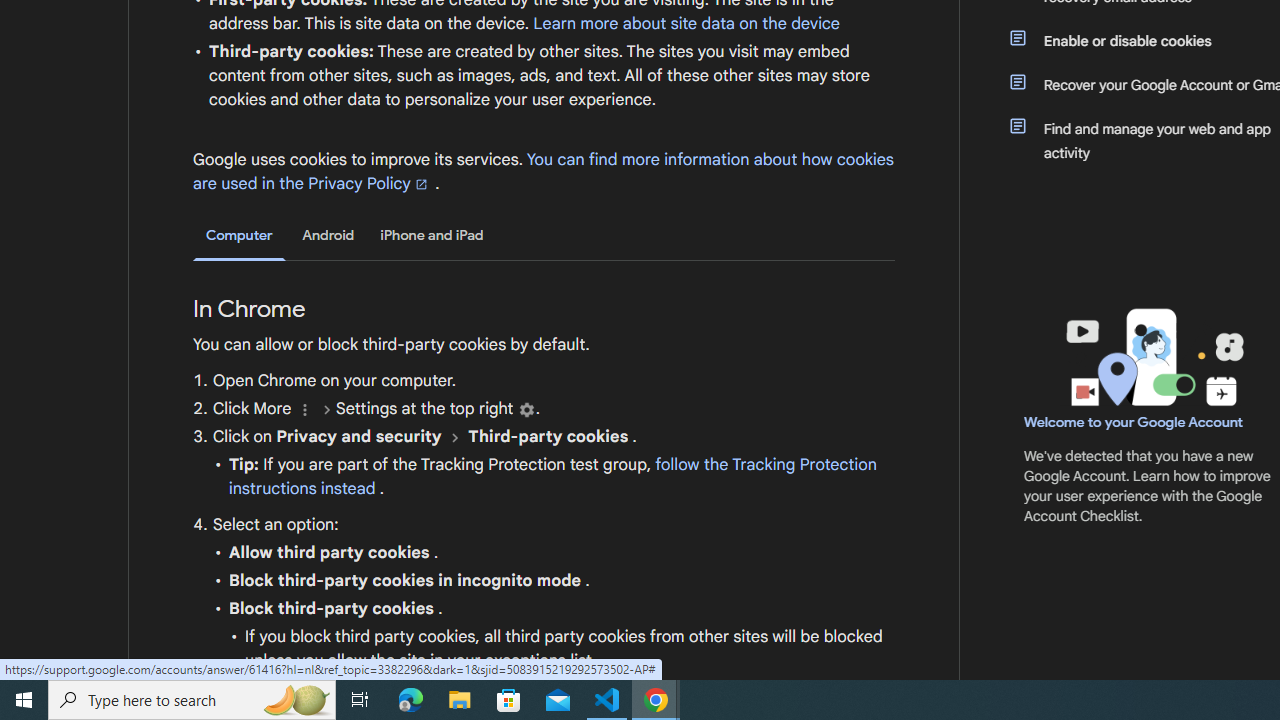  I want to click on 'Learning Center home page image', so click(1152, 356).